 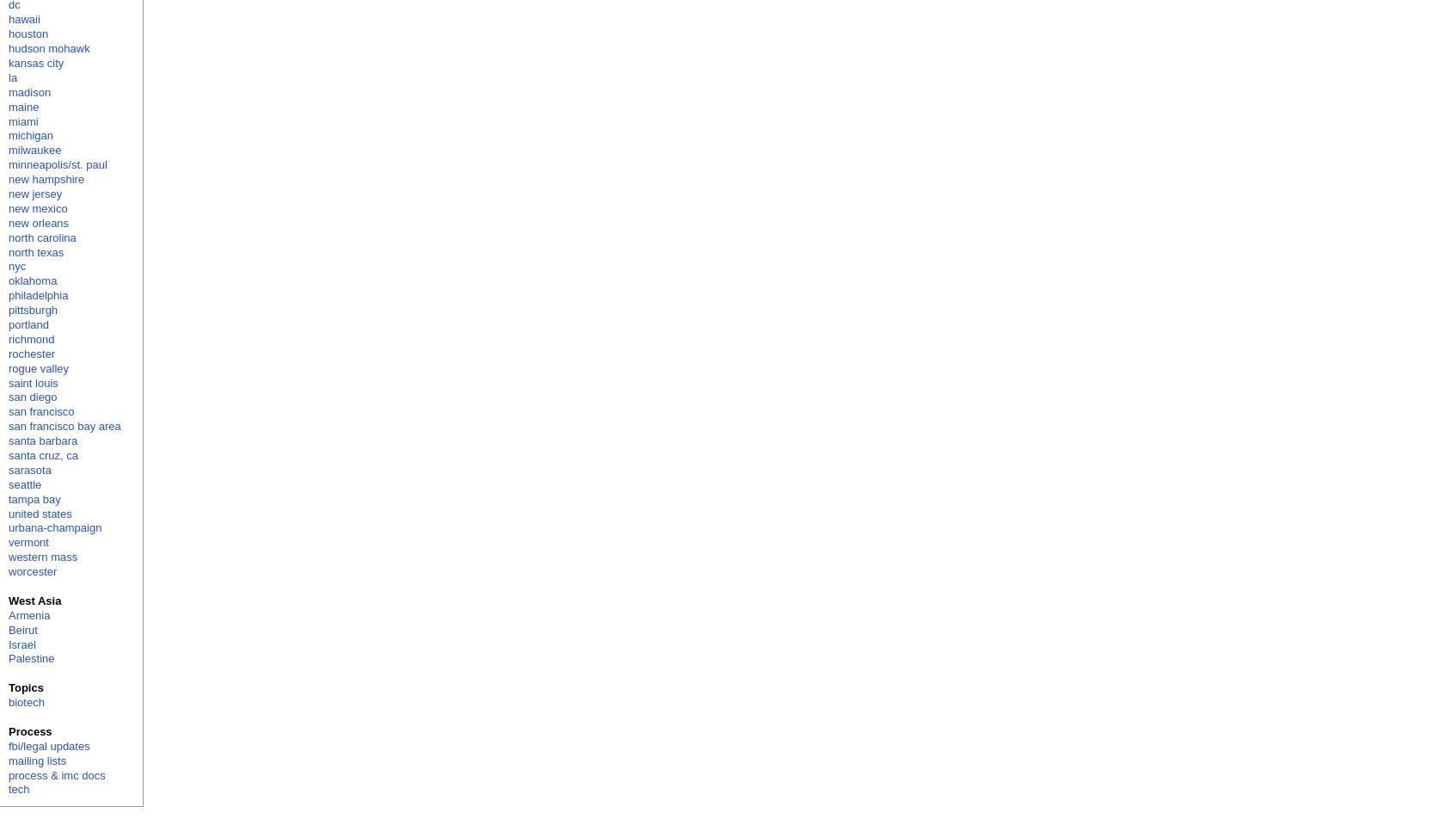 What do you see at coordinates (7, 48) in the screenshot?
I see `'hudson mohawk'` at bounding box center [7, 48].